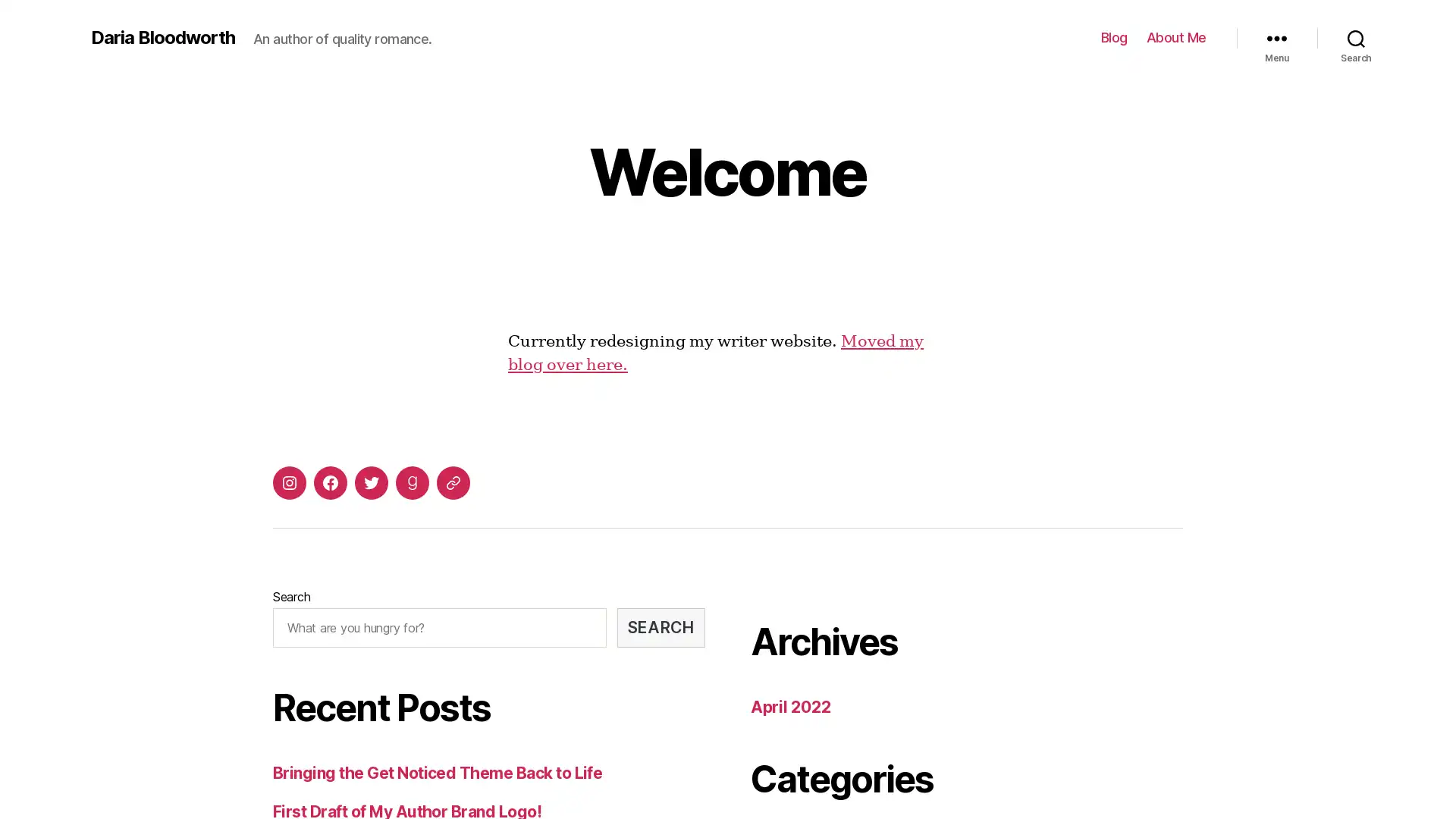 The height and width of the screenshot is (819, 1456). I want to click on Menu, so click(1276, 37).